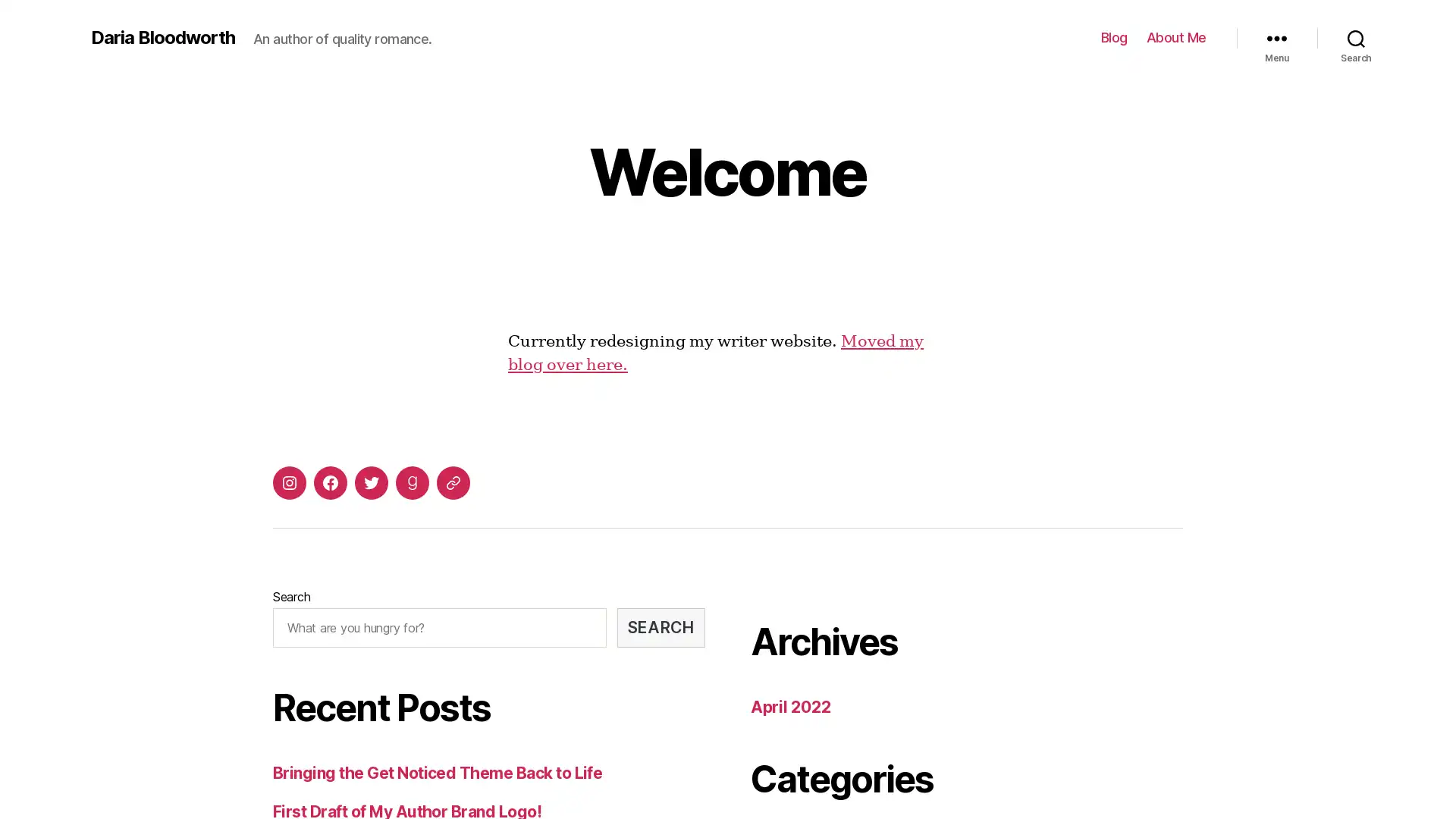 The height and width of the screenshot is (819, 1456). I want to click on Menu, so click(1276, 37).